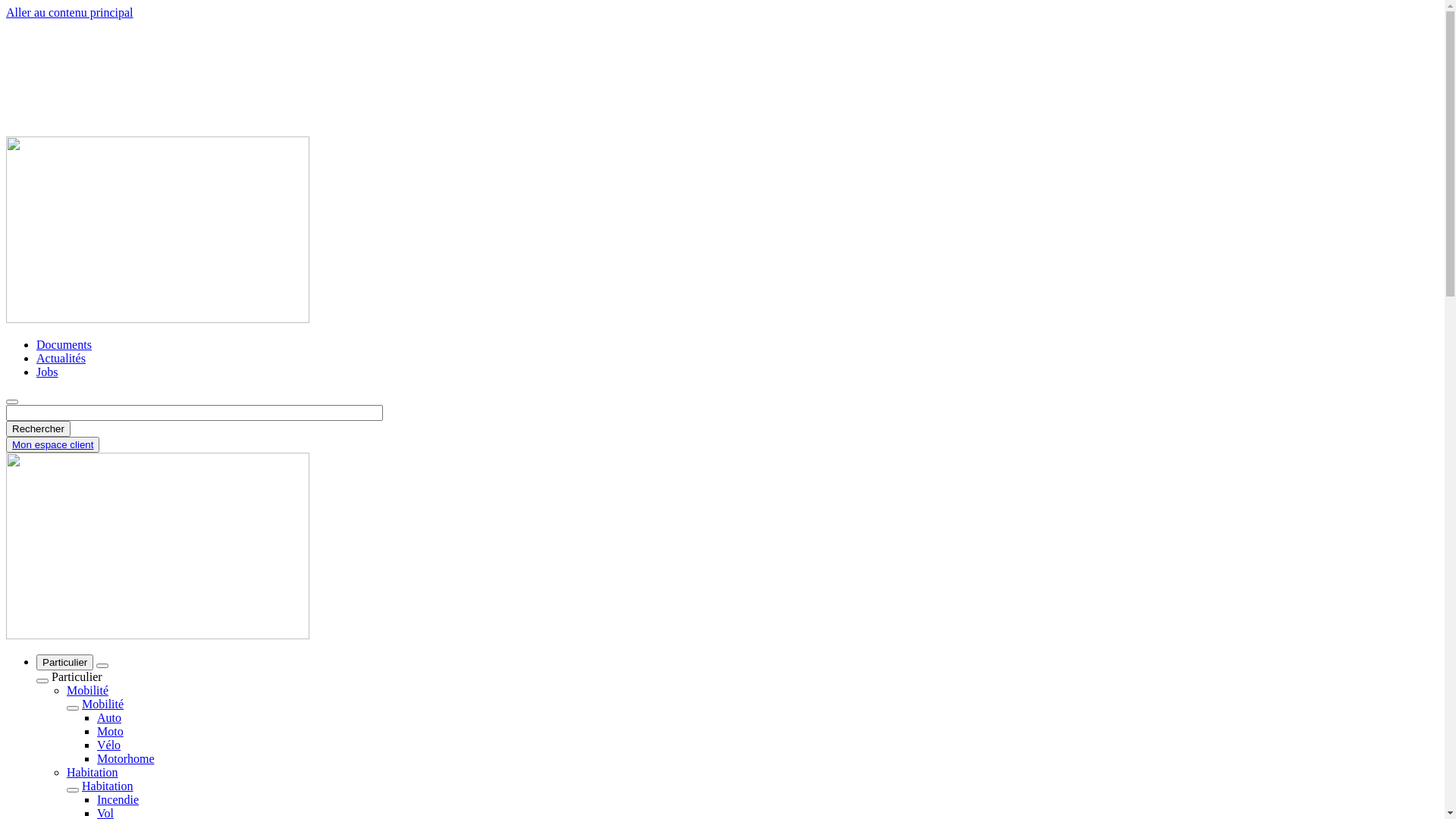 The width and height of the screenshot is (1456, 819). Describe the element at coordinates (117, 799) in the screenshot. I see `'Incendie'` at that location.